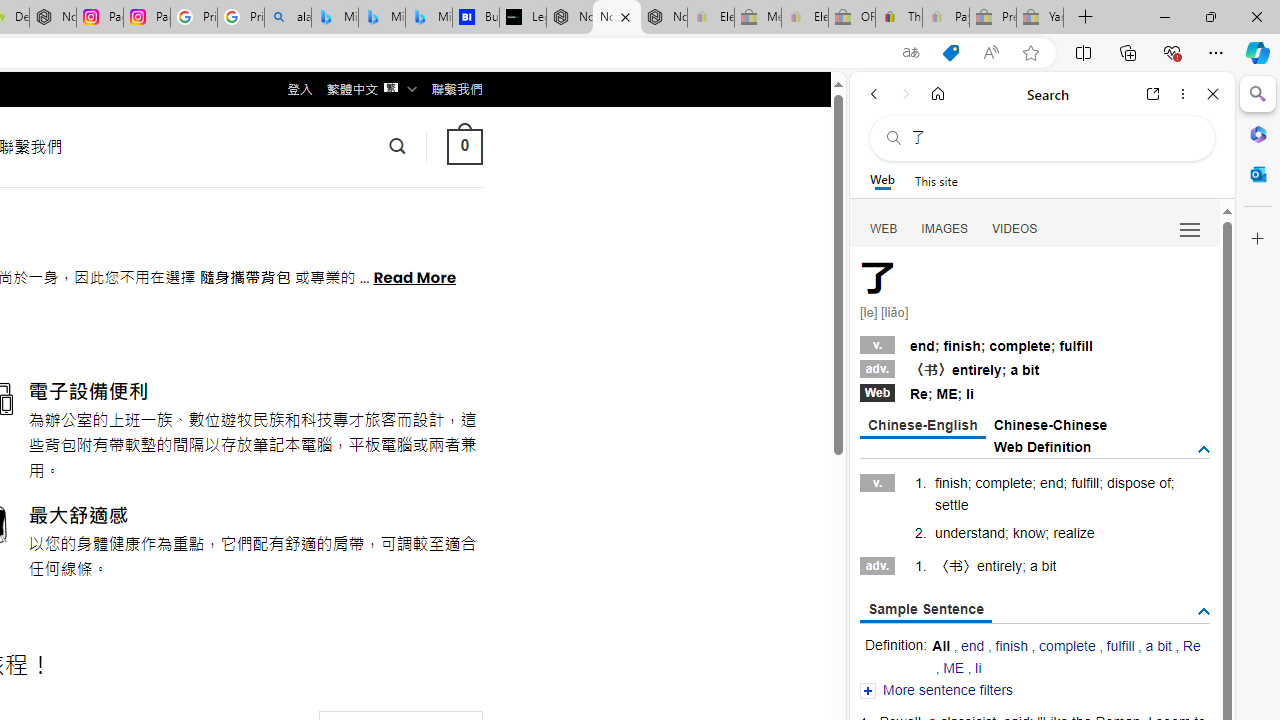 This screenshot has height=720, width=1280. Describe the element at coordinates (999, 565) in the screenshot. I see `'entirely'` at that location.